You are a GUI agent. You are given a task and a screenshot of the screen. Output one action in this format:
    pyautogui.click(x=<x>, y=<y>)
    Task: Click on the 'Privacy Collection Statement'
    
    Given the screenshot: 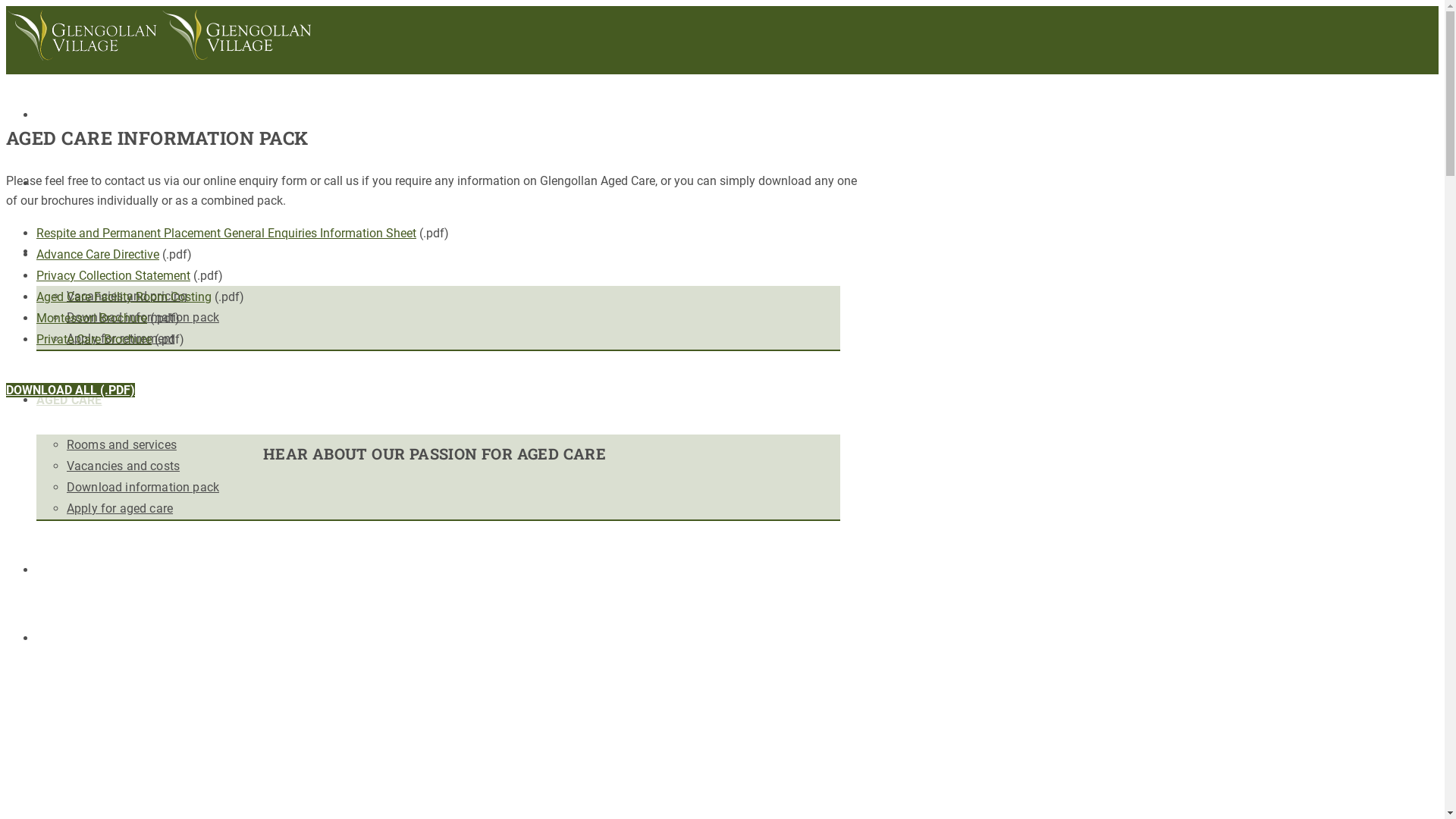 What is the action you would take?
    pyautogui.click(x=112, y=275)
    